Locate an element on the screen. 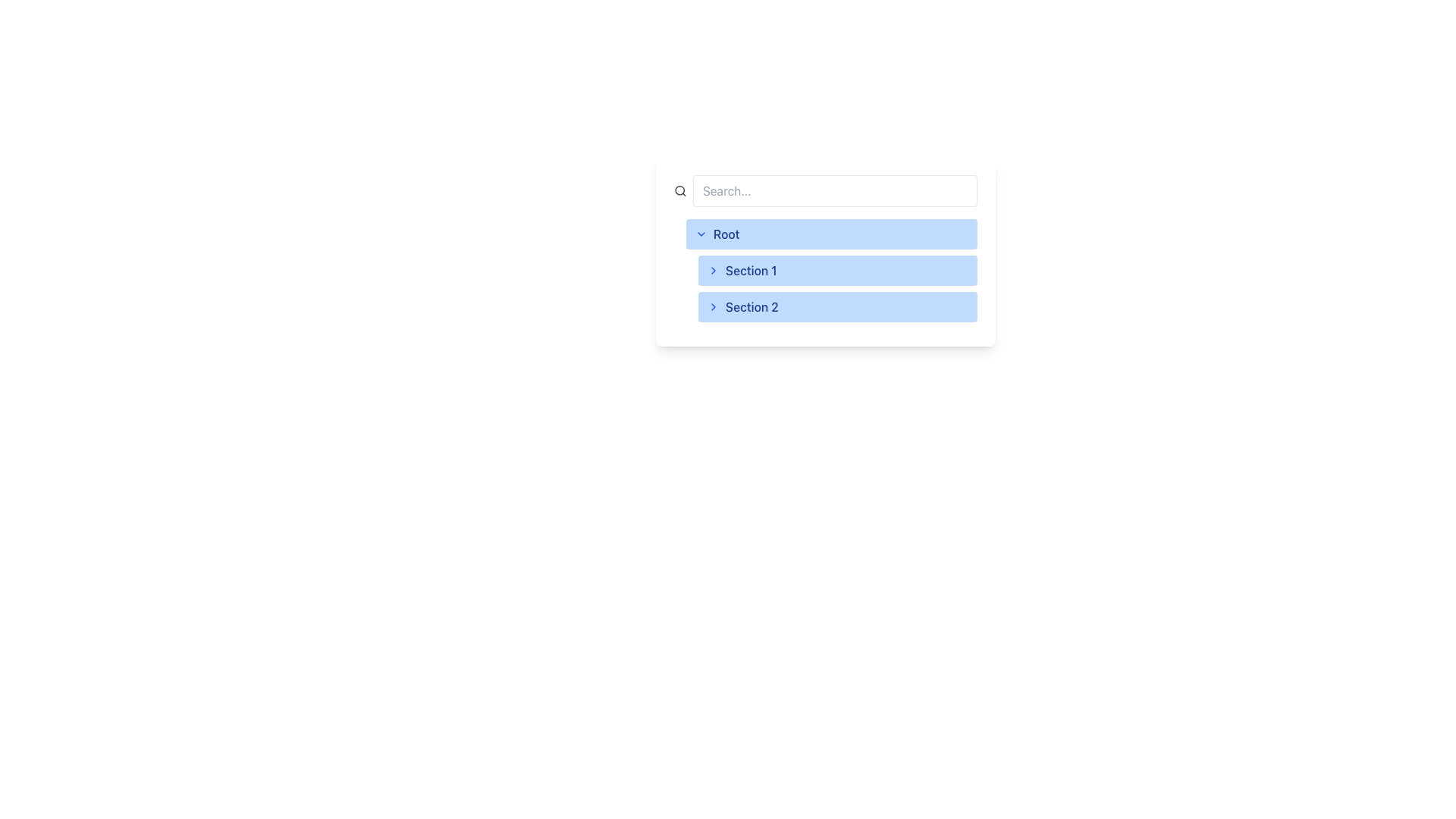 Image resolution: width=1456 pixels, height=819 pixels. the blue rightward-pointing chevron icon located to the left of 'Section 2' to indicate that it is an expandable section is located at coordinates (712, 307).